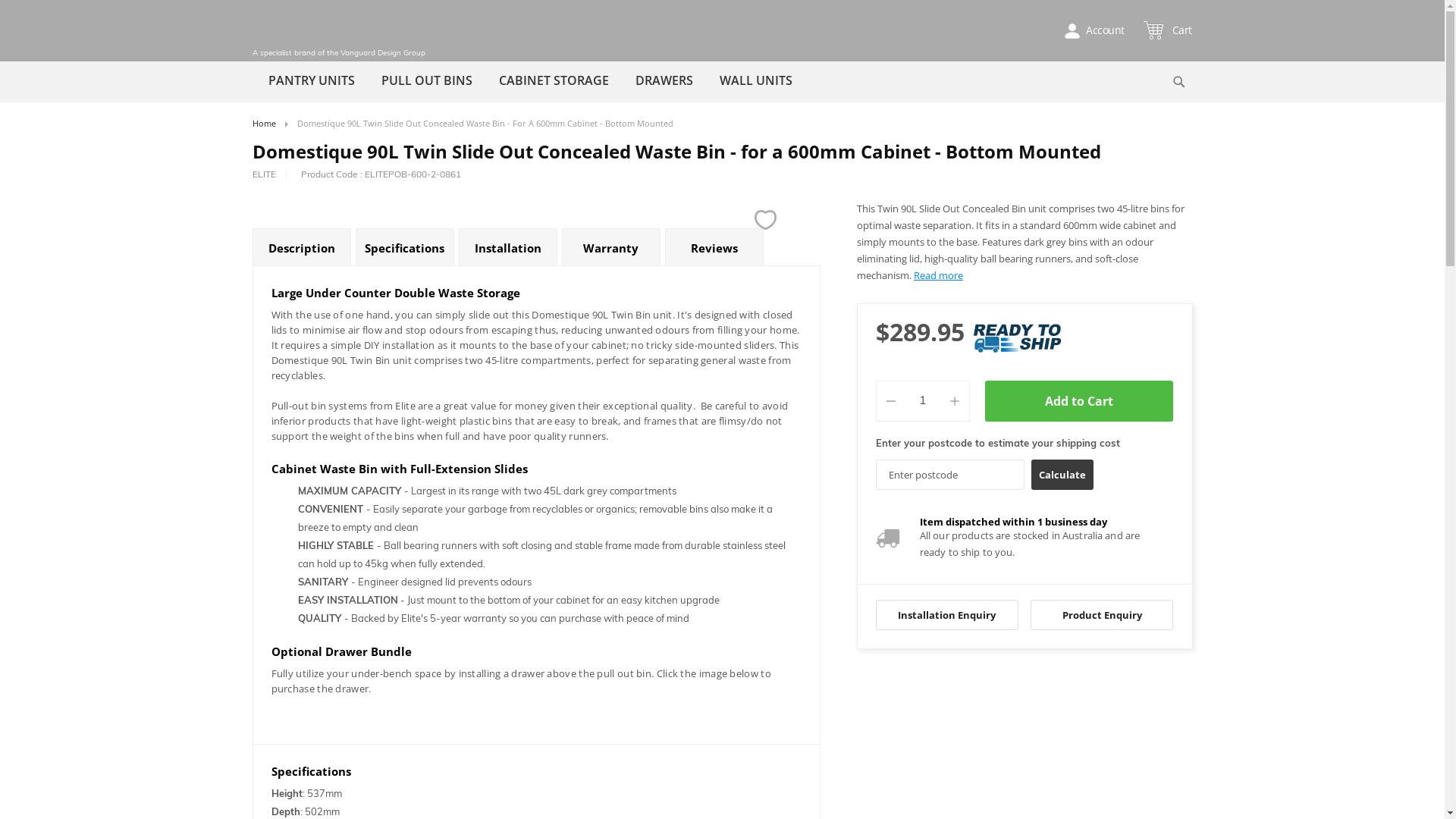 The width and height of the screenshot is (1456, 819). What do you see at coordinates (1078, 400) in the screenshot?
I see `'Add to Cart'` at bounding box center [1078, 400].